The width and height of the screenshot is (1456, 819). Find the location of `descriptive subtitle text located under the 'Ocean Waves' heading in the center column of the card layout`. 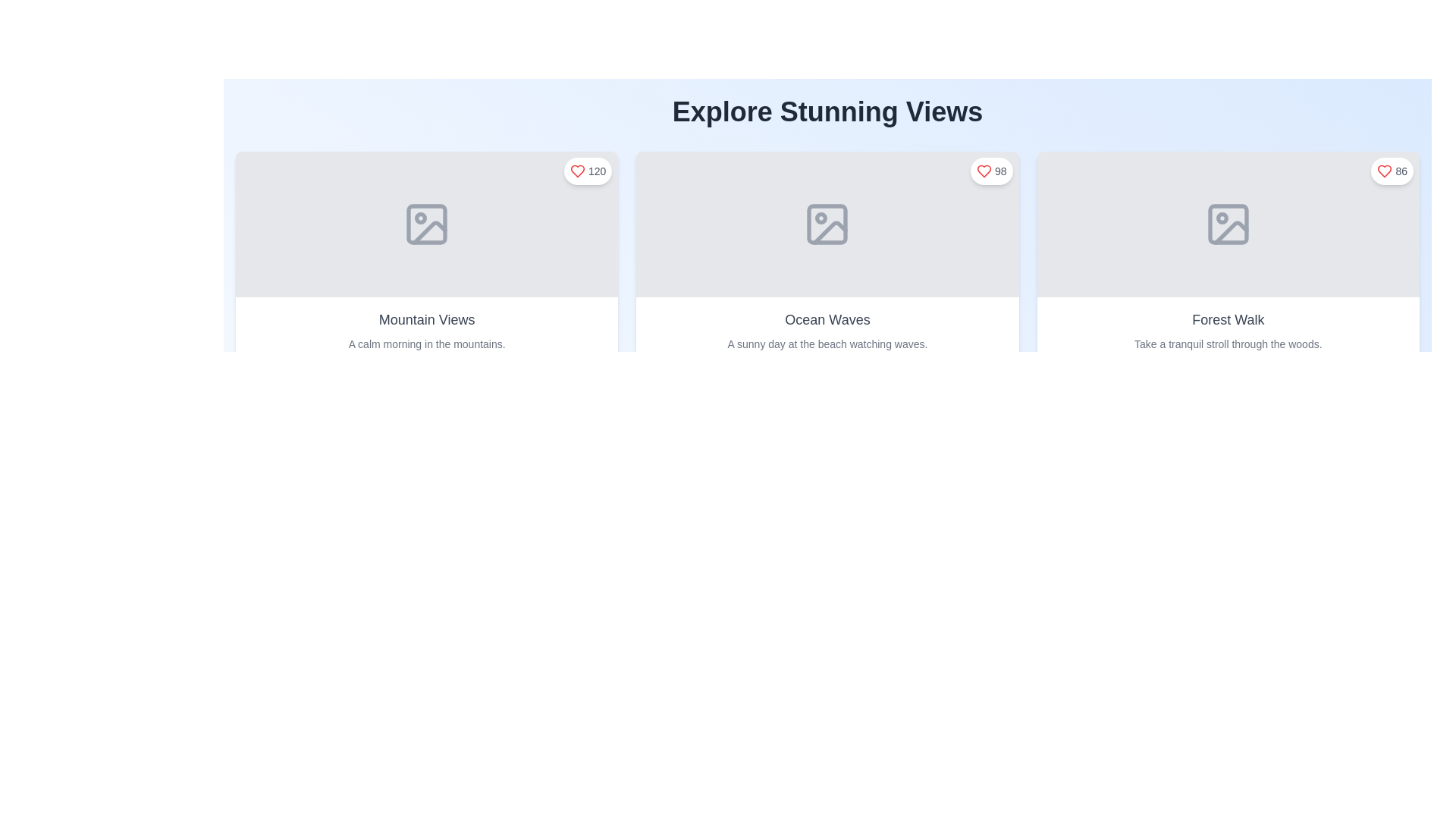

descriptive subtitle text located under the 'Ocean Waves' heading in the center column of the card layout is located at coordinates (827, 344).